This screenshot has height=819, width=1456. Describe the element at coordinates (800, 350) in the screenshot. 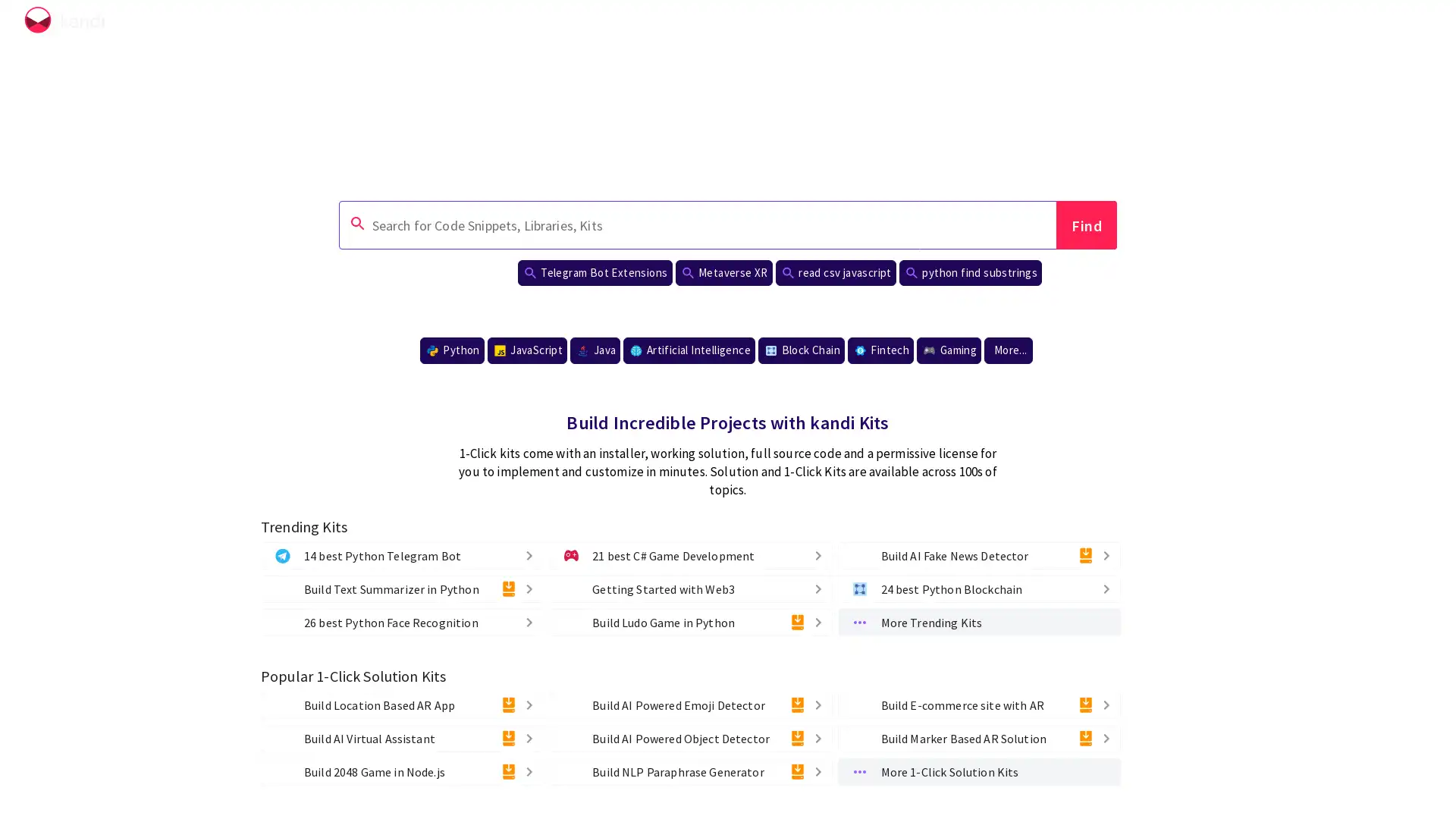

I see `search icon Block Chain` at that location.